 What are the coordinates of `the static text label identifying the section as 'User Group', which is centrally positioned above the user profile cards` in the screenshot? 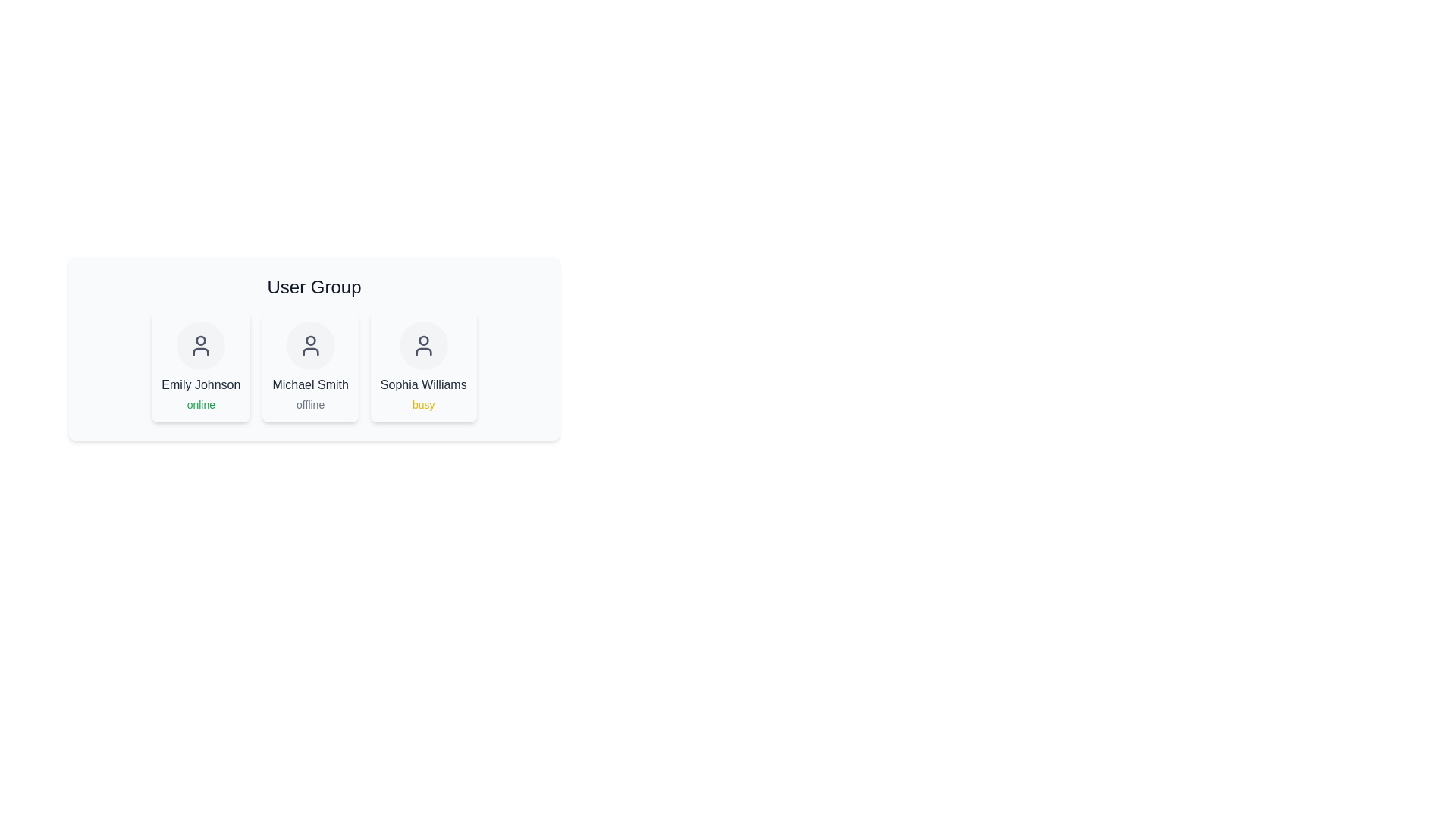 It's located at (313, 287).